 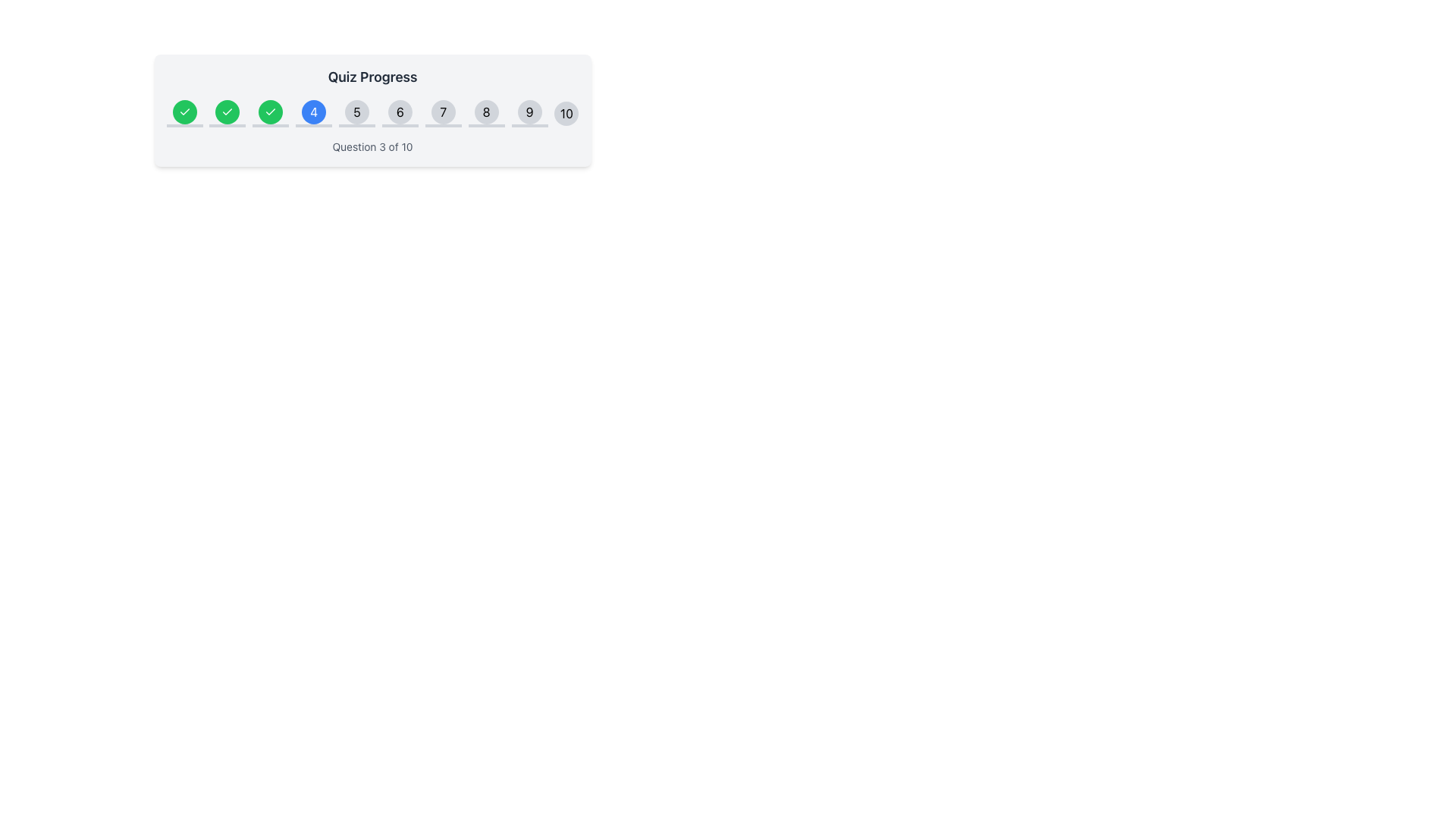 What do you see at coordinates (372, 146) in the screenshot?
I see `static text label that indicates the current question number in the quiz, located below the progress tracker and centered horizontally` at bounding box center [372, 146].